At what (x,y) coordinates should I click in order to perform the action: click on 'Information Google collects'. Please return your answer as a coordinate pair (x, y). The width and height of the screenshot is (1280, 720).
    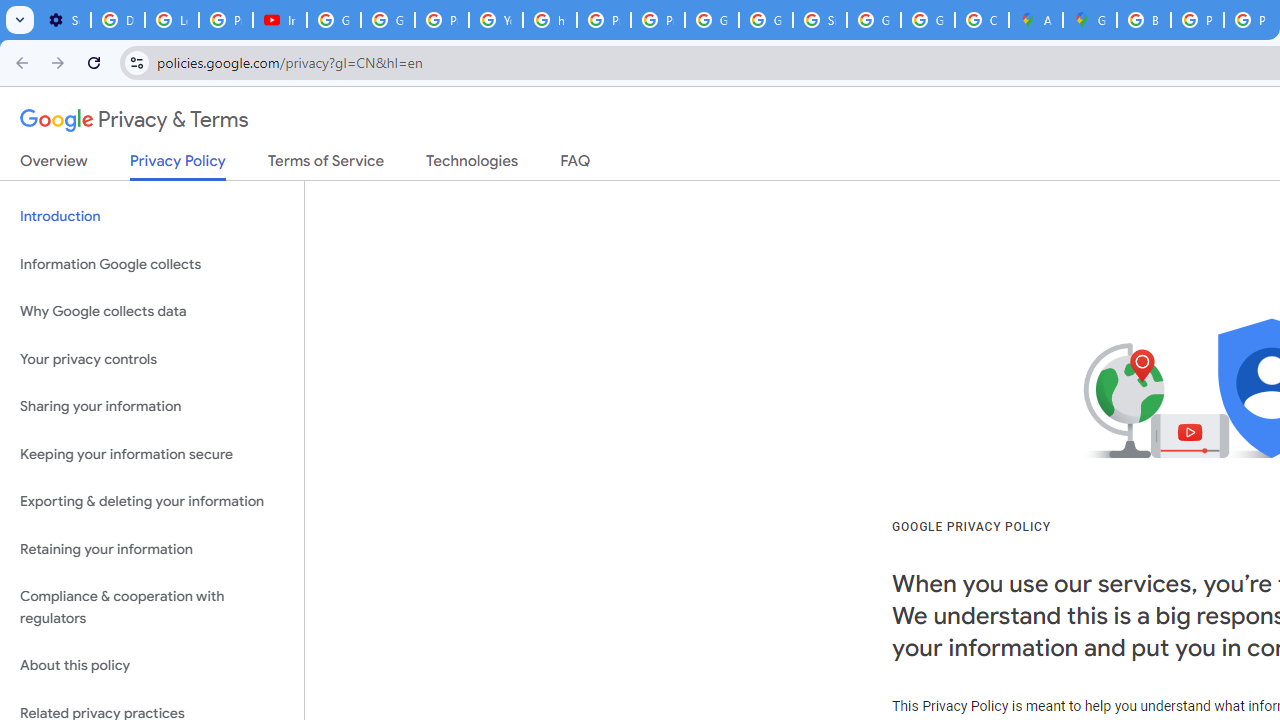
    Looking at the image, I should click on (151, 263).